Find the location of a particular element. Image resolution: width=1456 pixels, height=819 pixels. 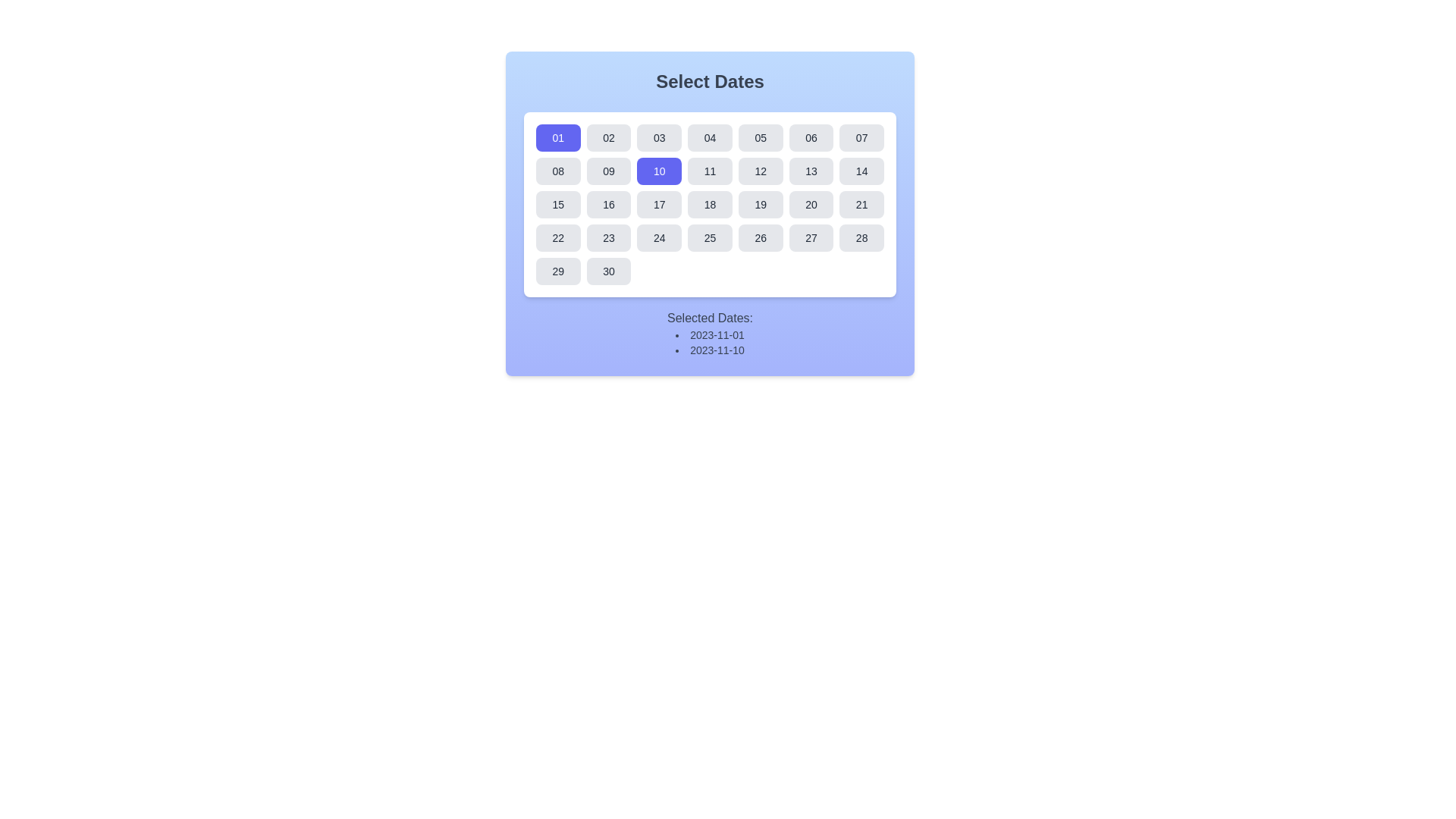

the seventh button in the second row of the date-picker interface is located at coordinates (811, 171).